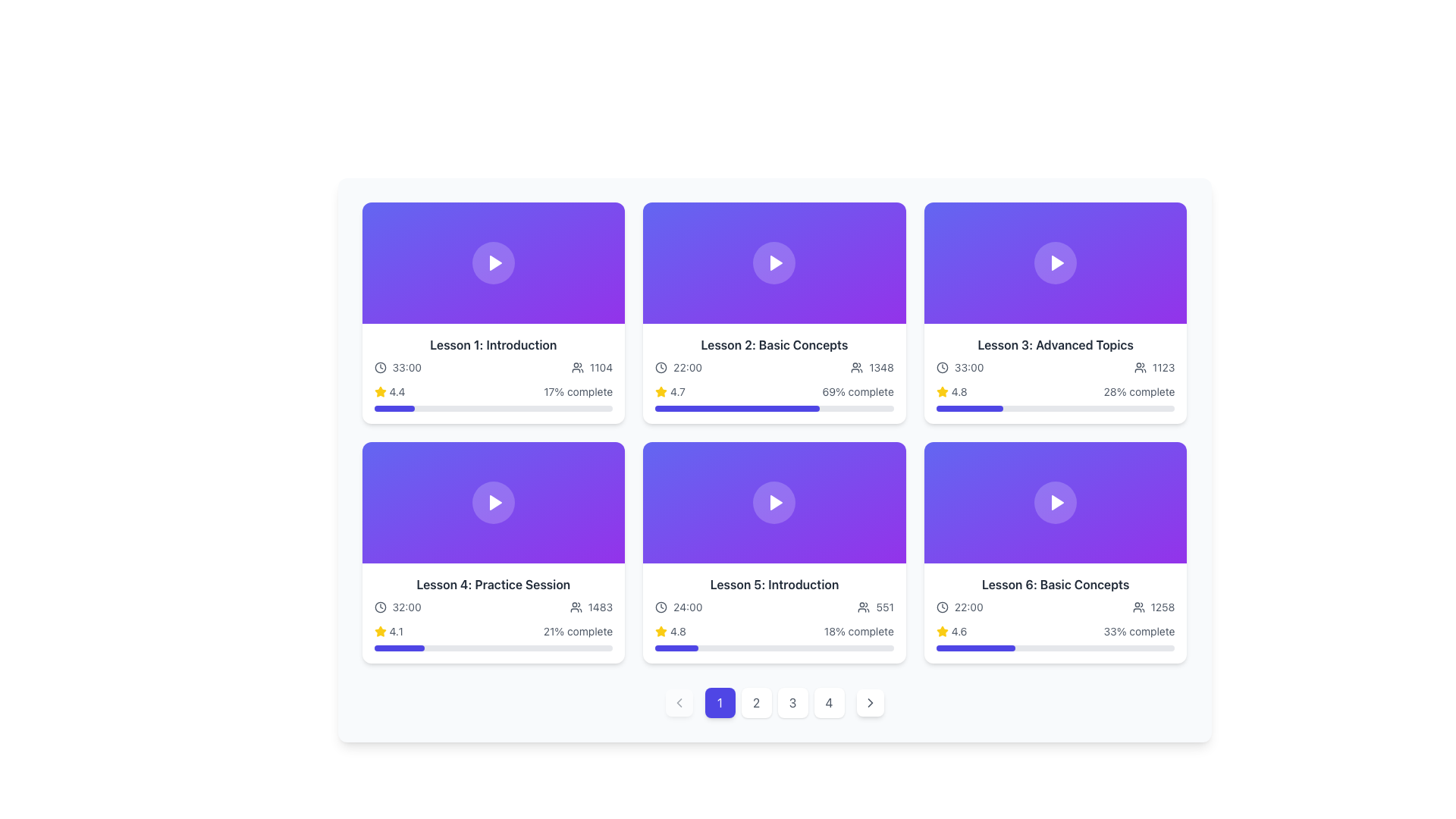 This screenshot has height=819, width=1456. What do you see at coordinates (493, 584) in the screenshot?
I see `the text label that reads 'Lesson 4: Practice Session', which is displayed in bold black font at the top of the fourth card in the second row of the lesson grid` at bounding box center [493, 584].